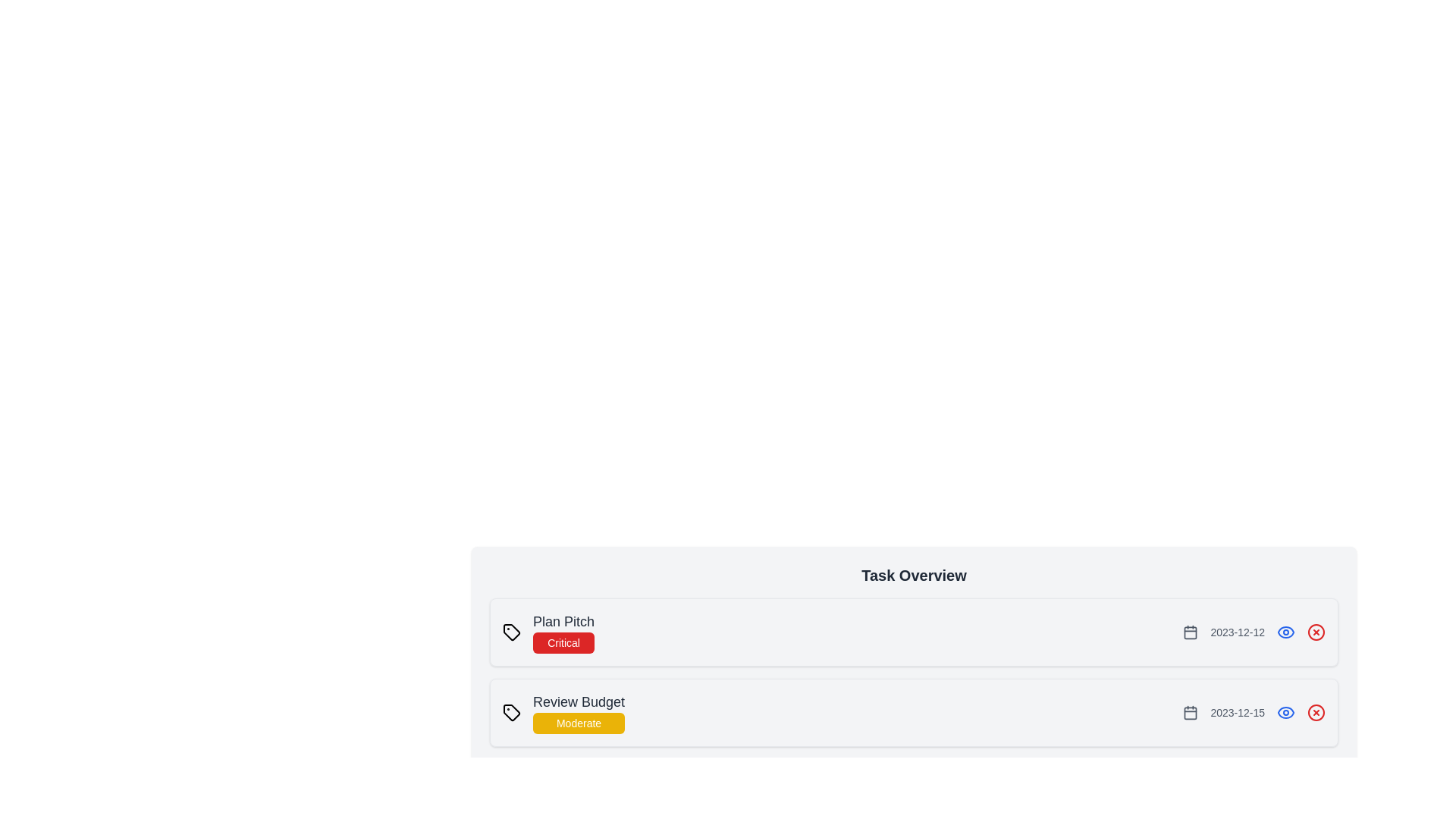  What do you see at coordinates (1285, 792) in the screenshot?
I see `the eye icon to view the details of the task identified by Schedule Follow-Up` at bounding box center [1285, 792].